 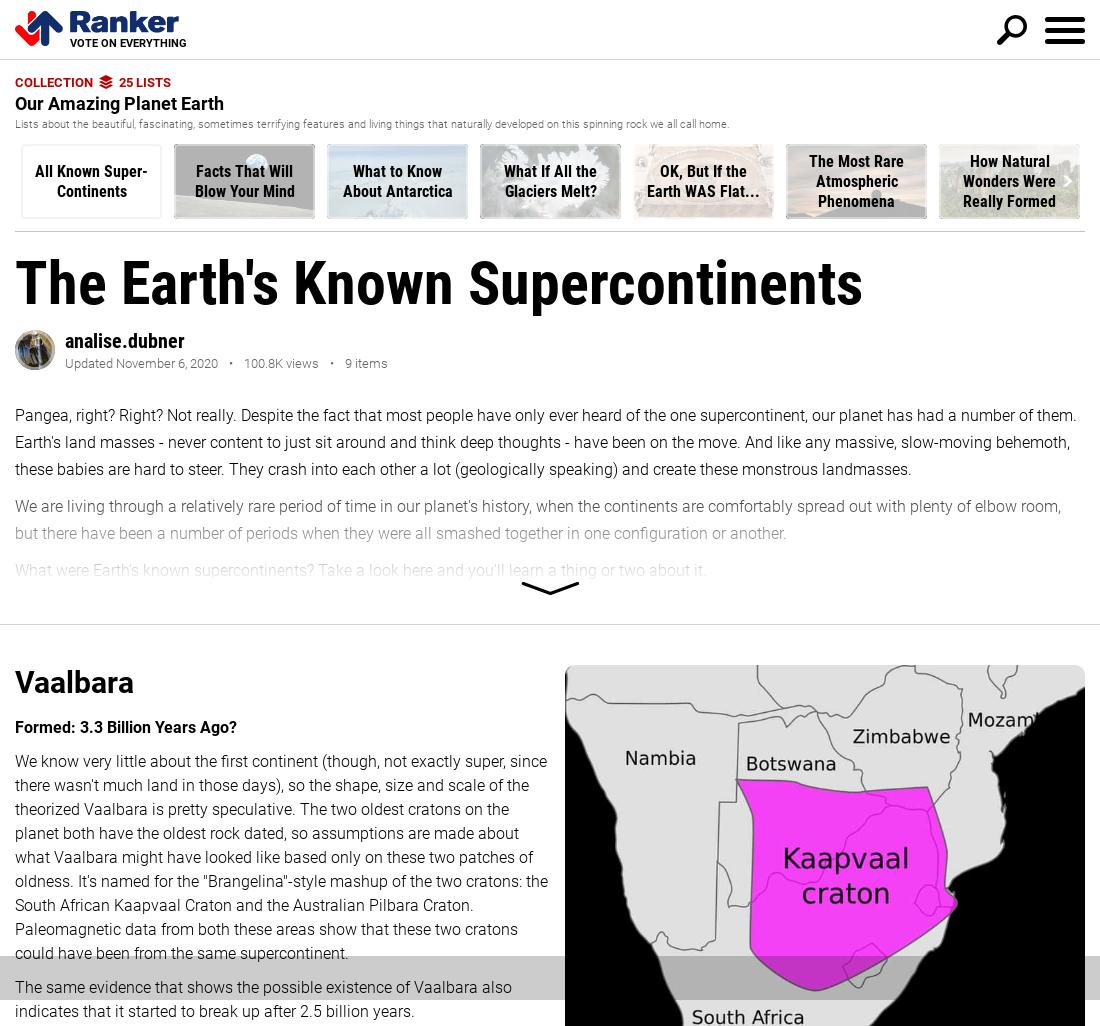 What do you see at coordinates (855, 179) in the screenshot?
I see `'The Most Rare Atmospheric Phenomena'` at bounding box center [855, 179].